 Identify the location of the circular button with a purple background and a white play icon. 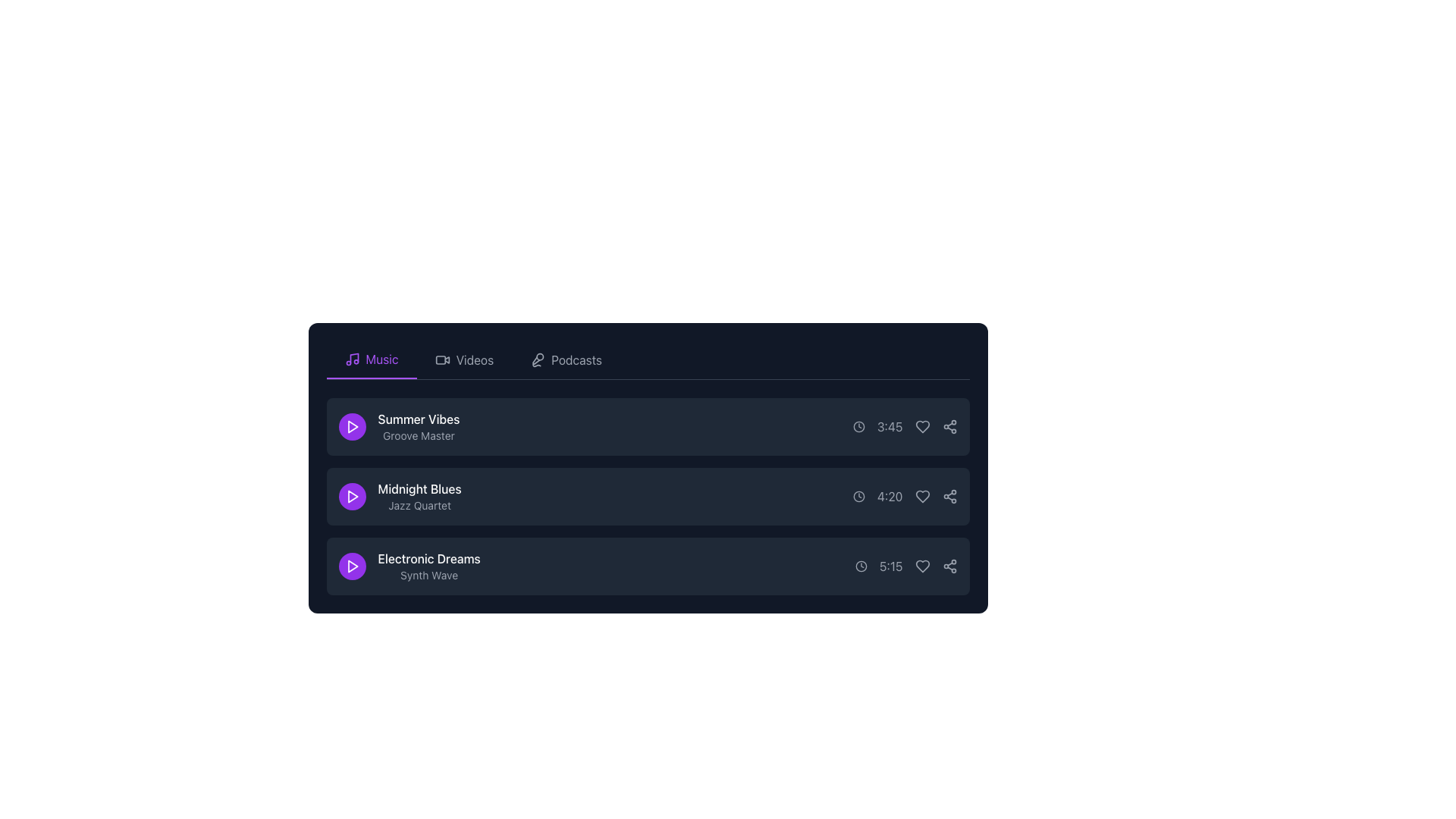
(351, 497).